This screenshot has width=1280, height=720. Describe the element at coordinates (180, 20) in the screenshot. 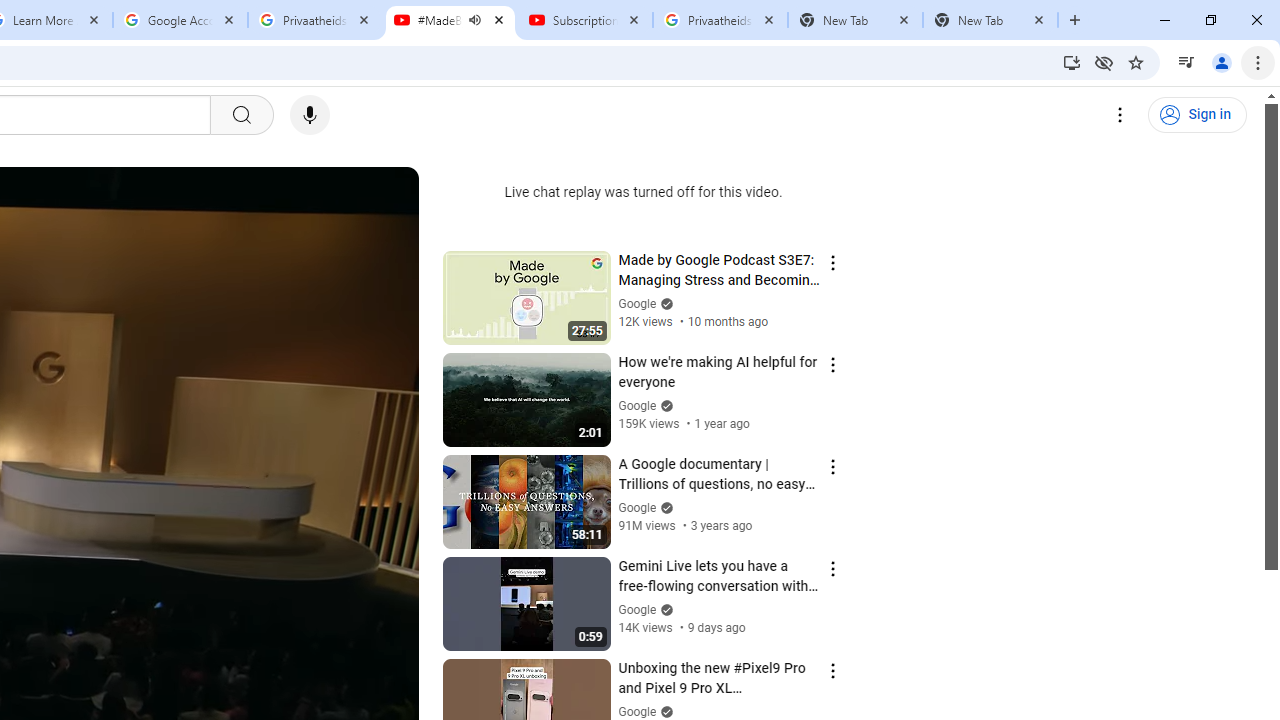

I see `'Google Account'` at that location.